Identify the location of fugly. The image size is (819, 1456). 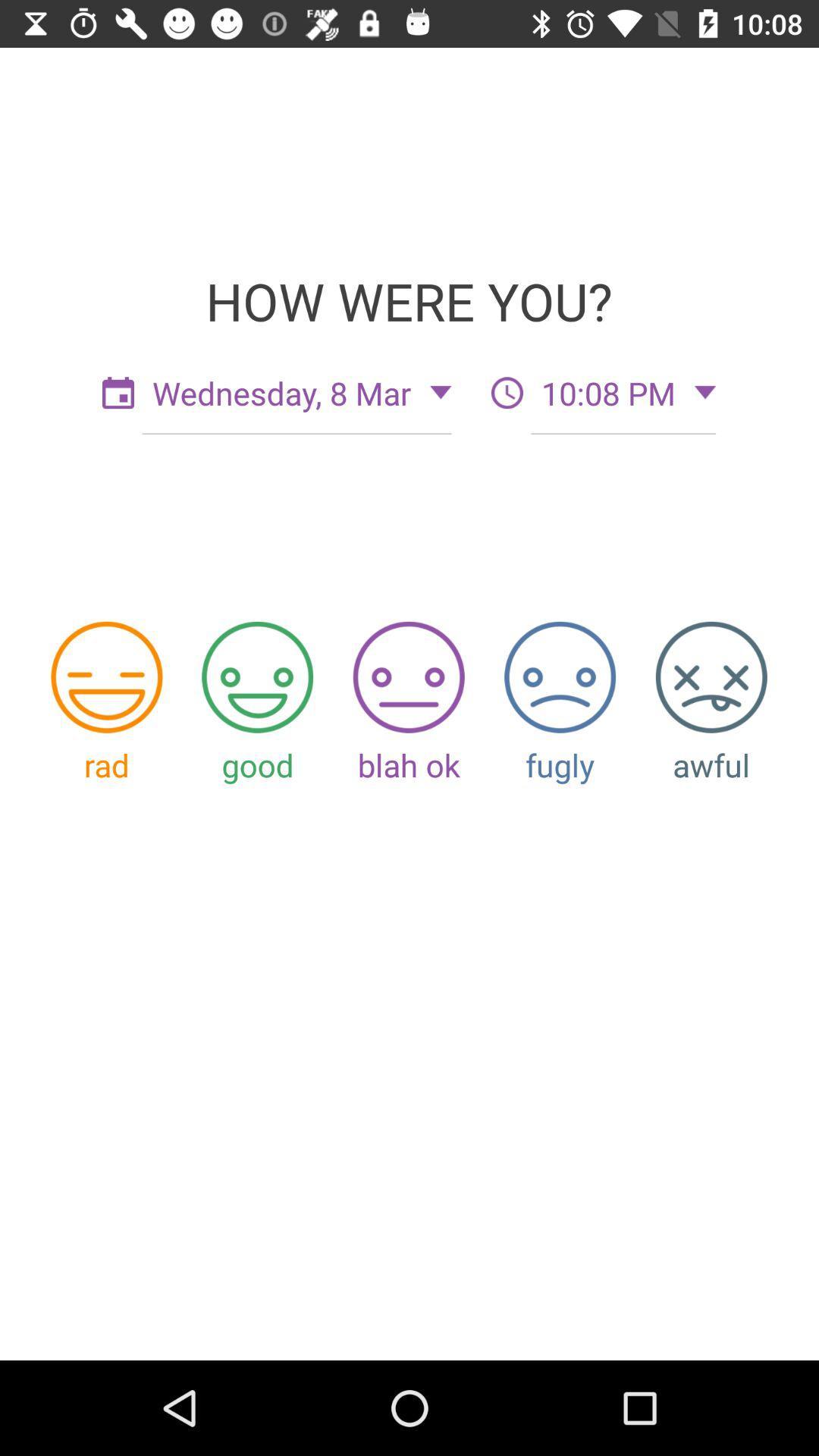
(560, 676).